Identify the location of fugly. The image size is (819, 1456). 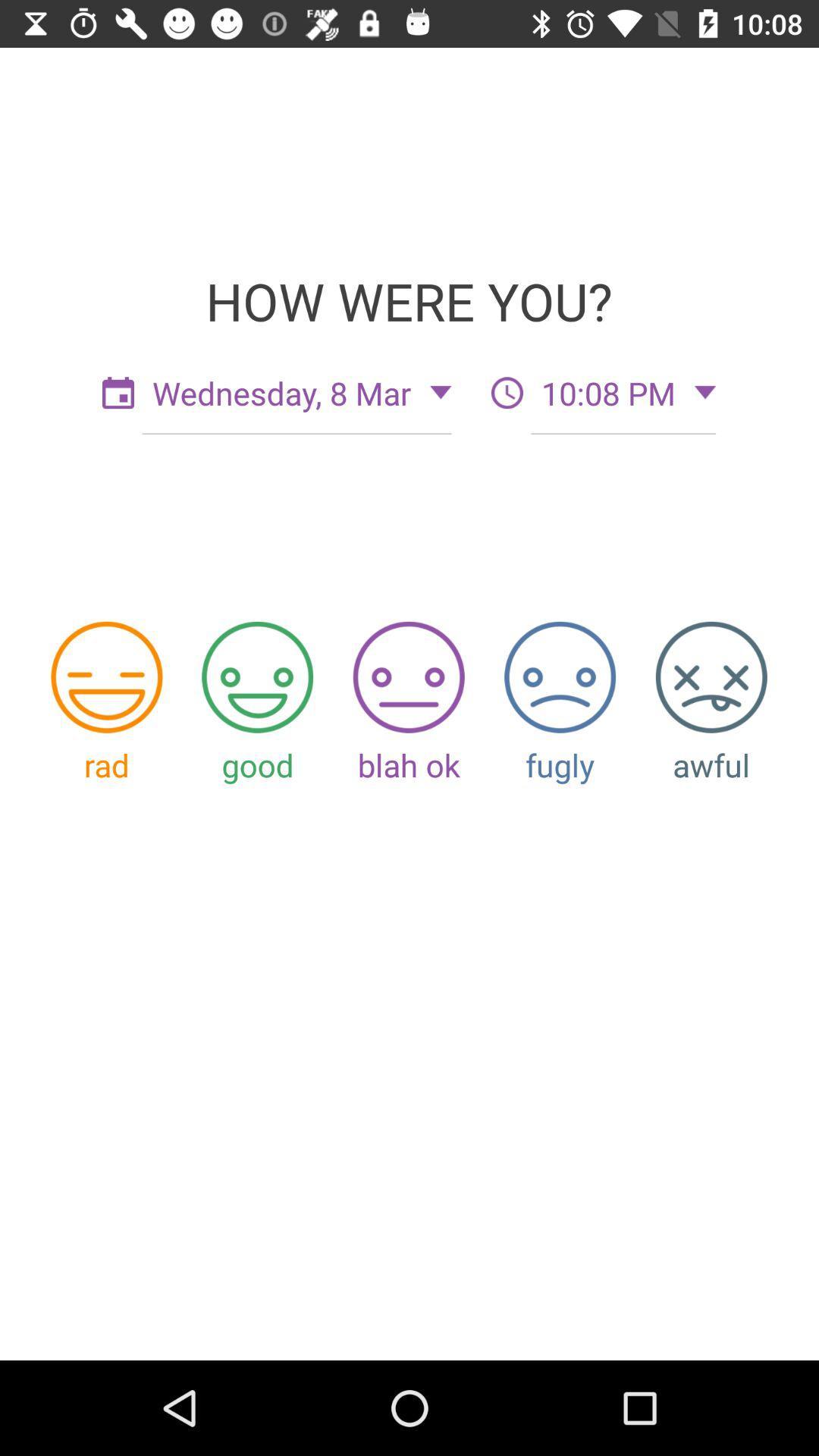
(560, 676).